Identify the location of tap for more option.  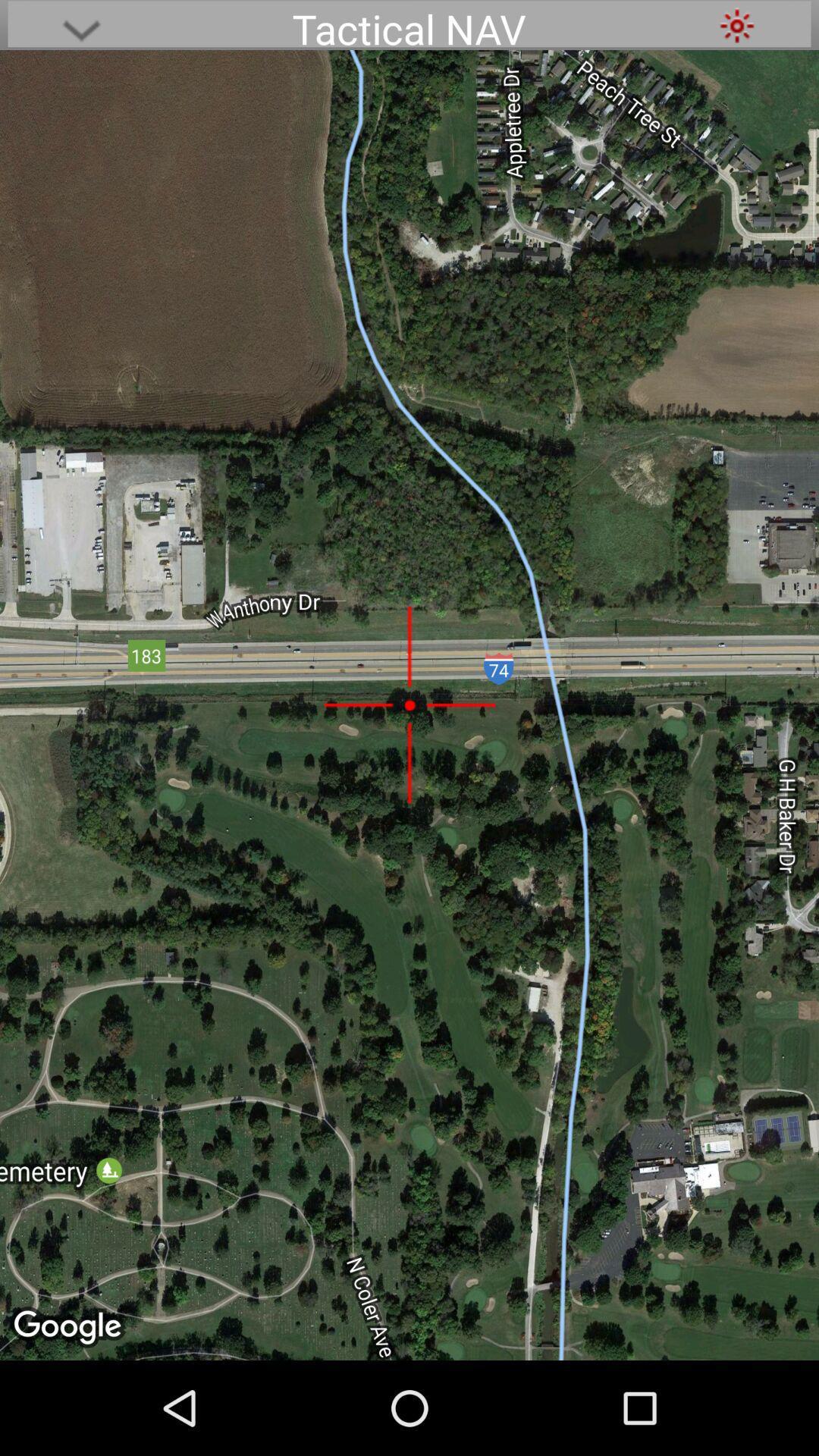
(81, 25).